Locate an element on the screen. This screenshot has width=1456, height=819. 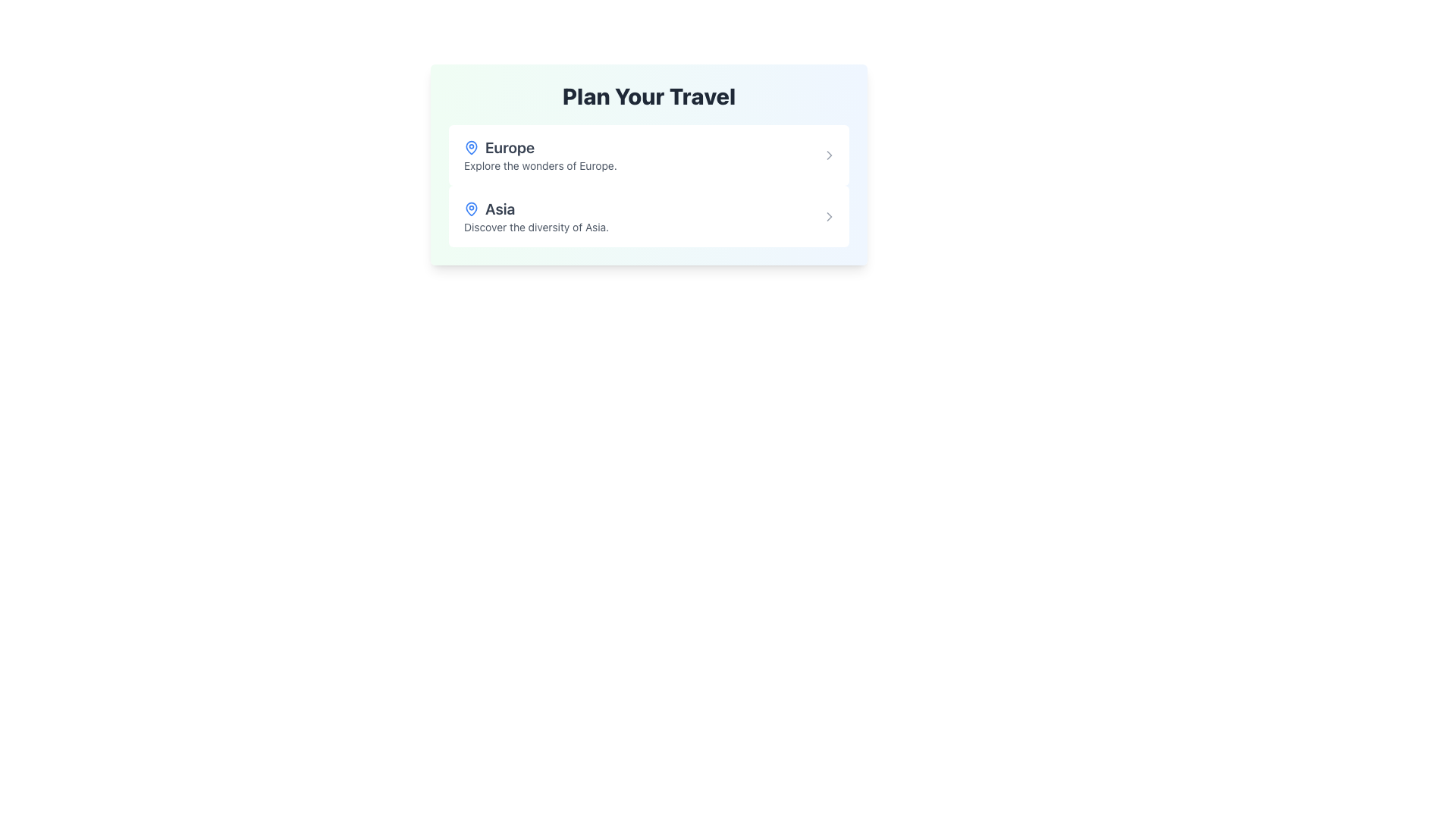
the descriptive text block located beneath the 'Europe' title, which provides brief information about the topic 'Europe' is located at coordinates (540, 166).